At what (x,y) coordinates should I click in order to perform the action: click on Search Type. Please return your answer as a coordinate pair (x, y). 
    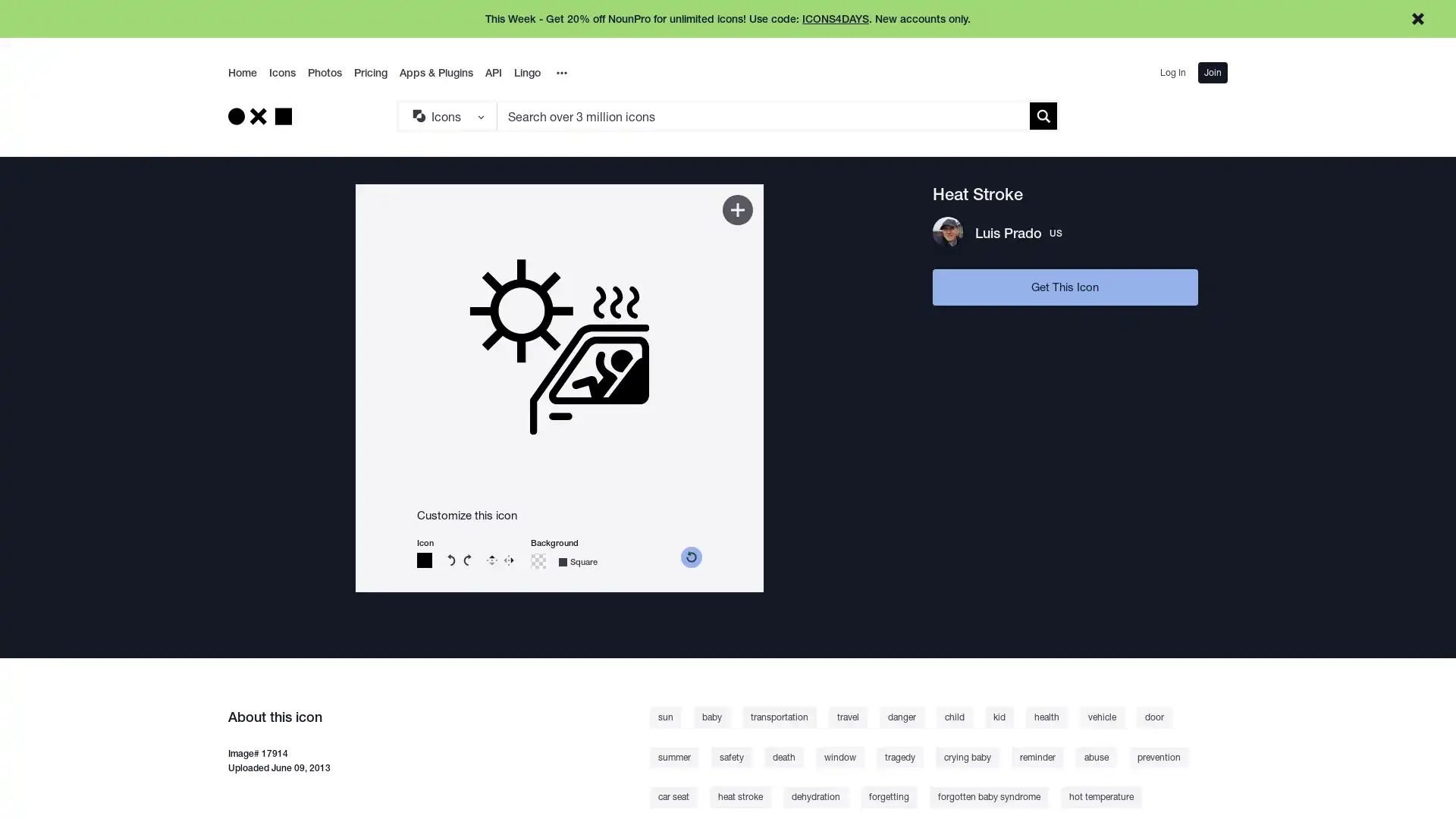
    Looking at the image, I should click on (447, 115).